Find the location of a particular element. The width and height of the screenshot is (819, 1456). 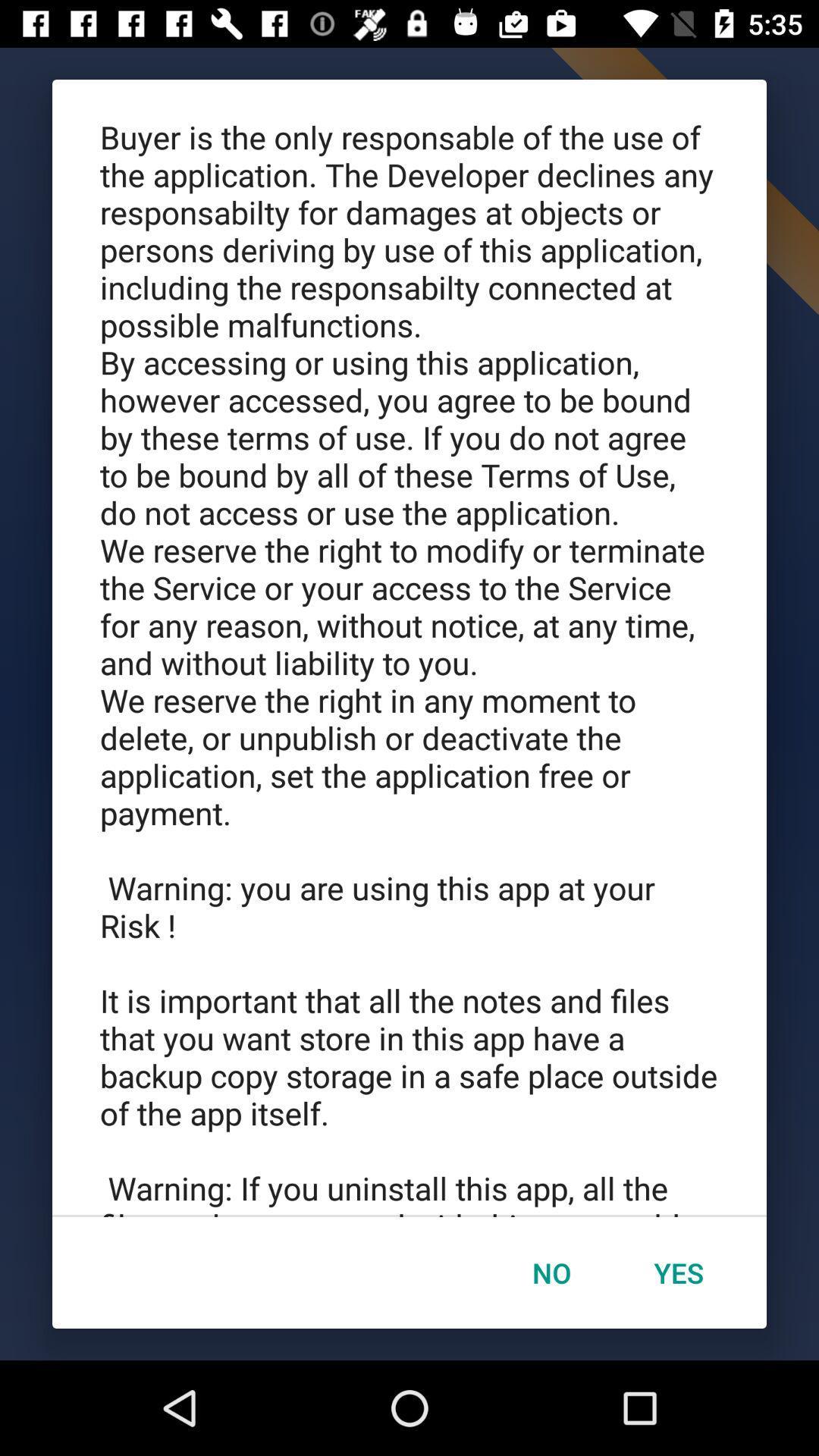

the icon to the right of no button is located at coordinates (678, 1272).